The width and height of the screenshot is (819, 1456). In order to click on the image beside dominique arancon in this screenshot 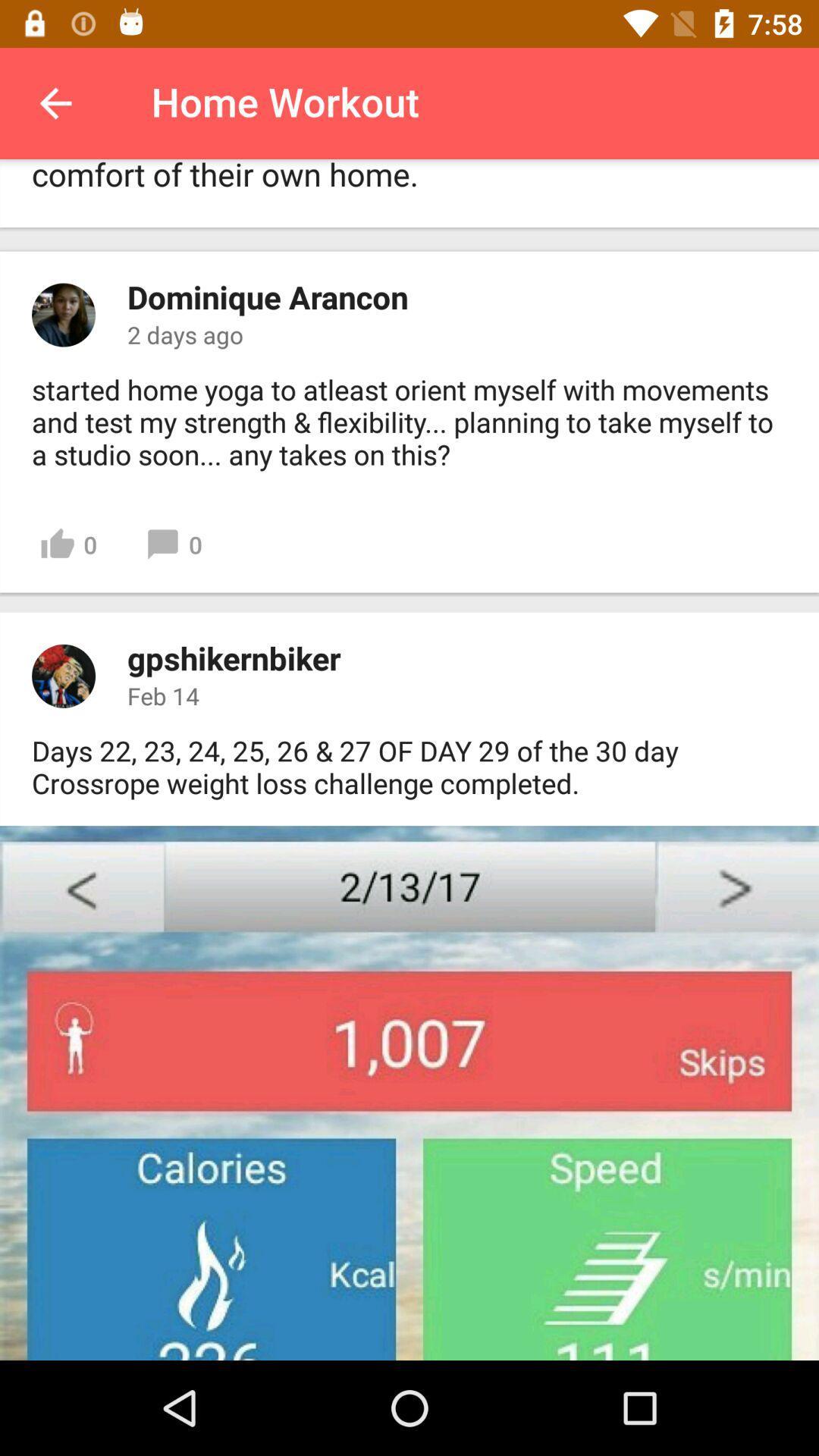, I will do `click(63, 315)`.